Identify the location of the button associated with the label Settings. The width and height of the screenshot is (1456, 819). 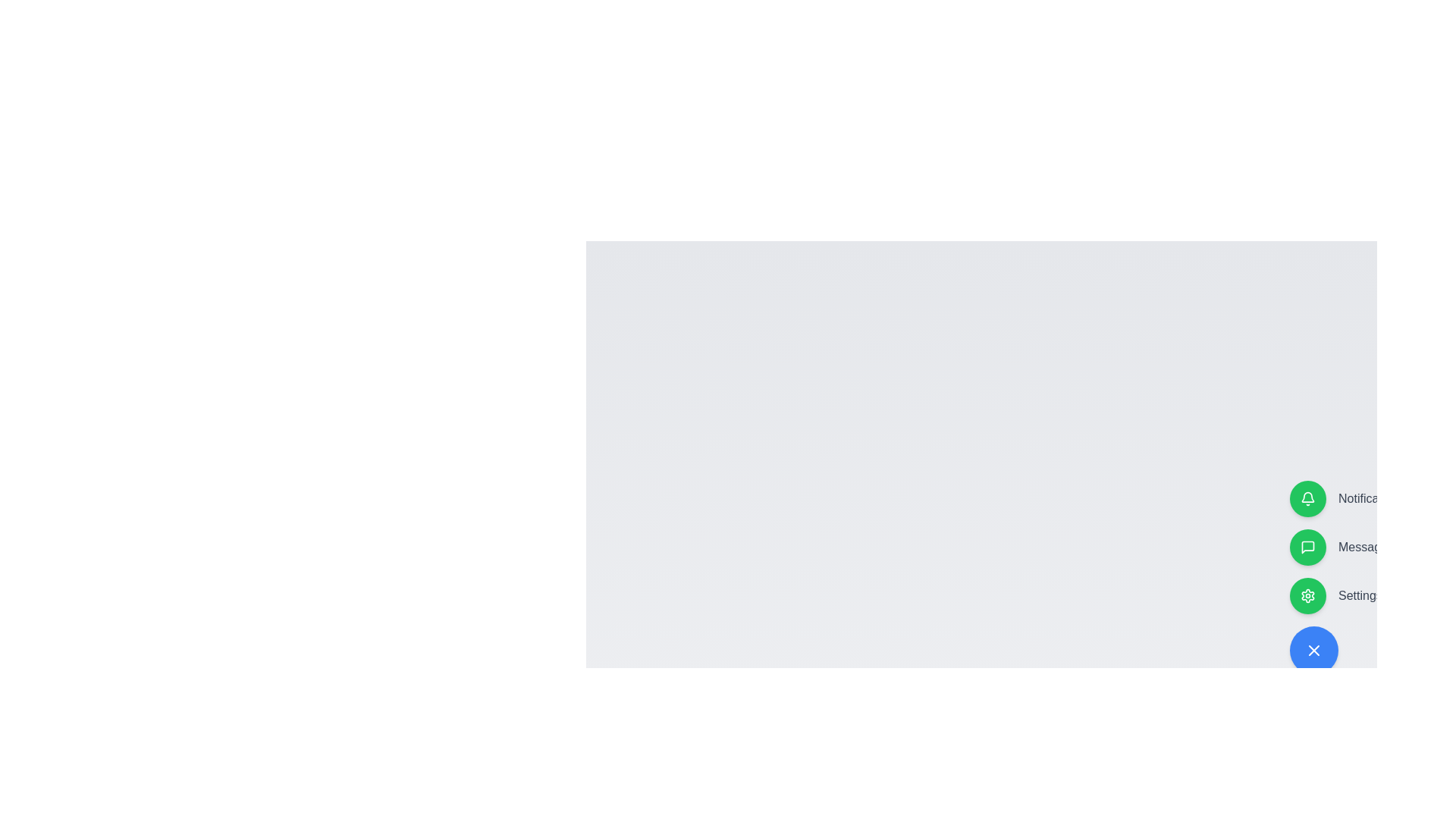
(1307, 595).